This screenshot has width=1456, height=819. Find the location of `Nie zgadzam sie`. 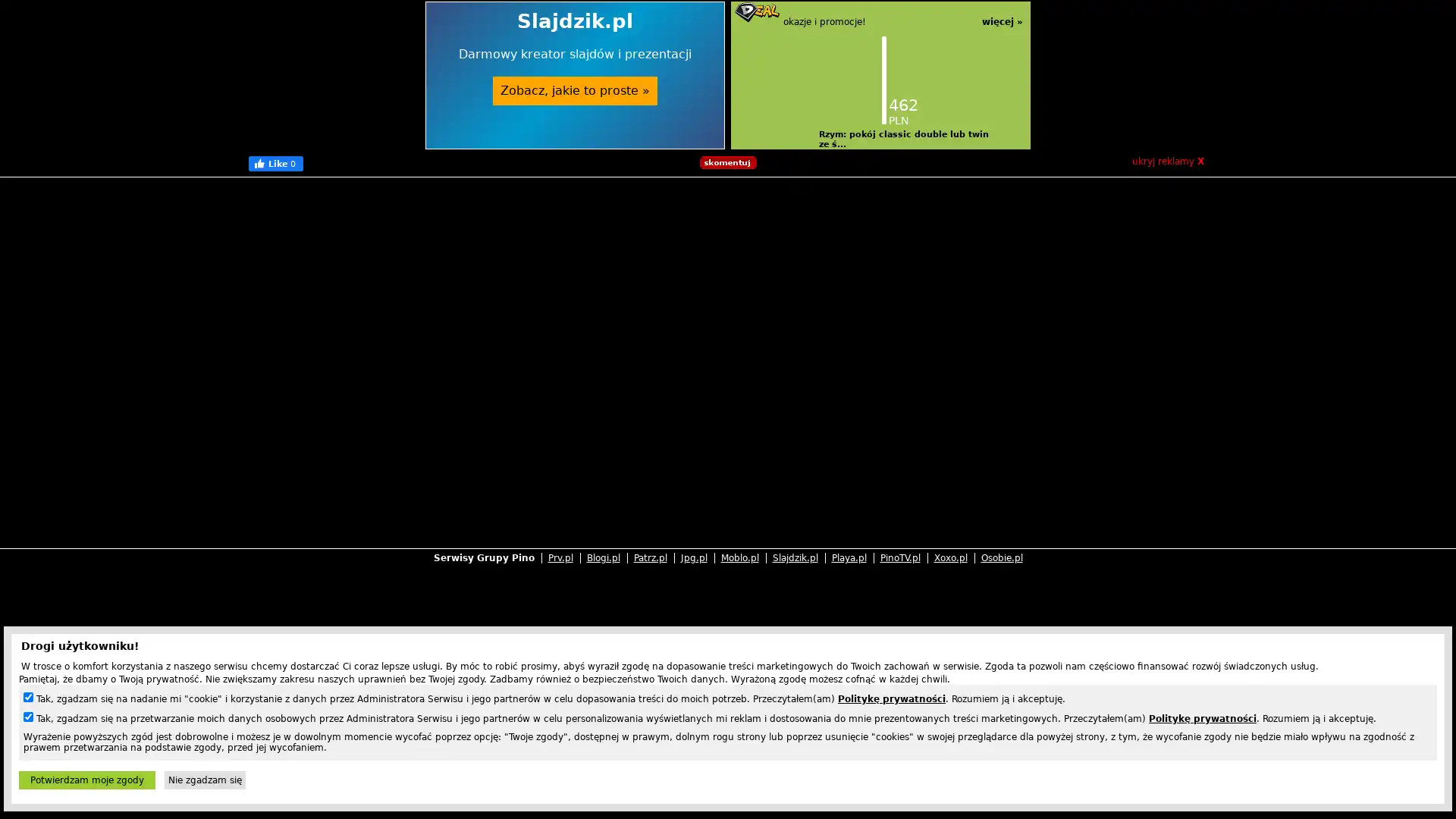

Nie zgadzam sie is located at coordinates (204, 780).